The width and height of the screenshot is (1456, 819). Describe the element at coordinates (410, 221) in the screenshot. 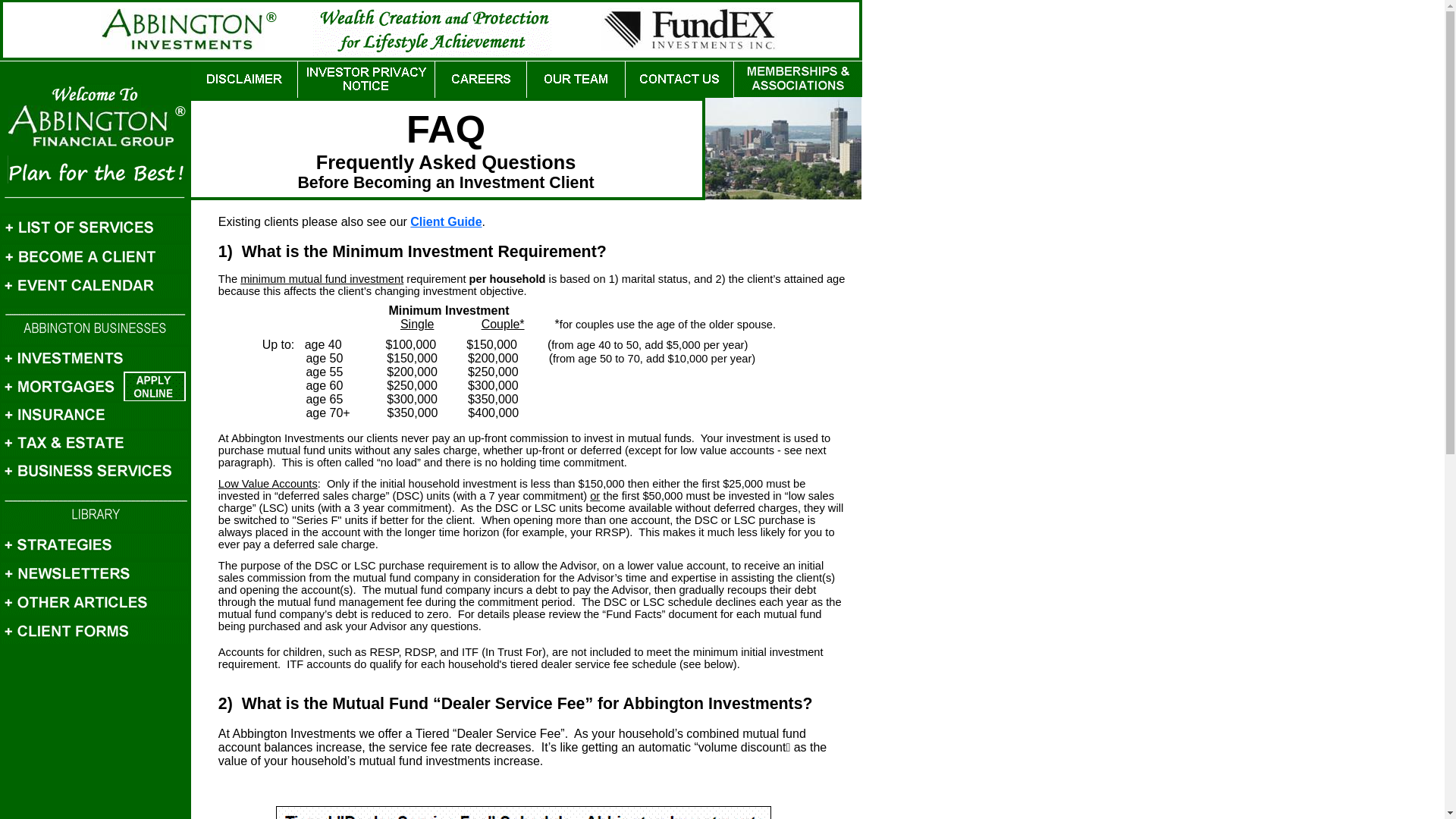

I see `'Client Guide'` at that location.